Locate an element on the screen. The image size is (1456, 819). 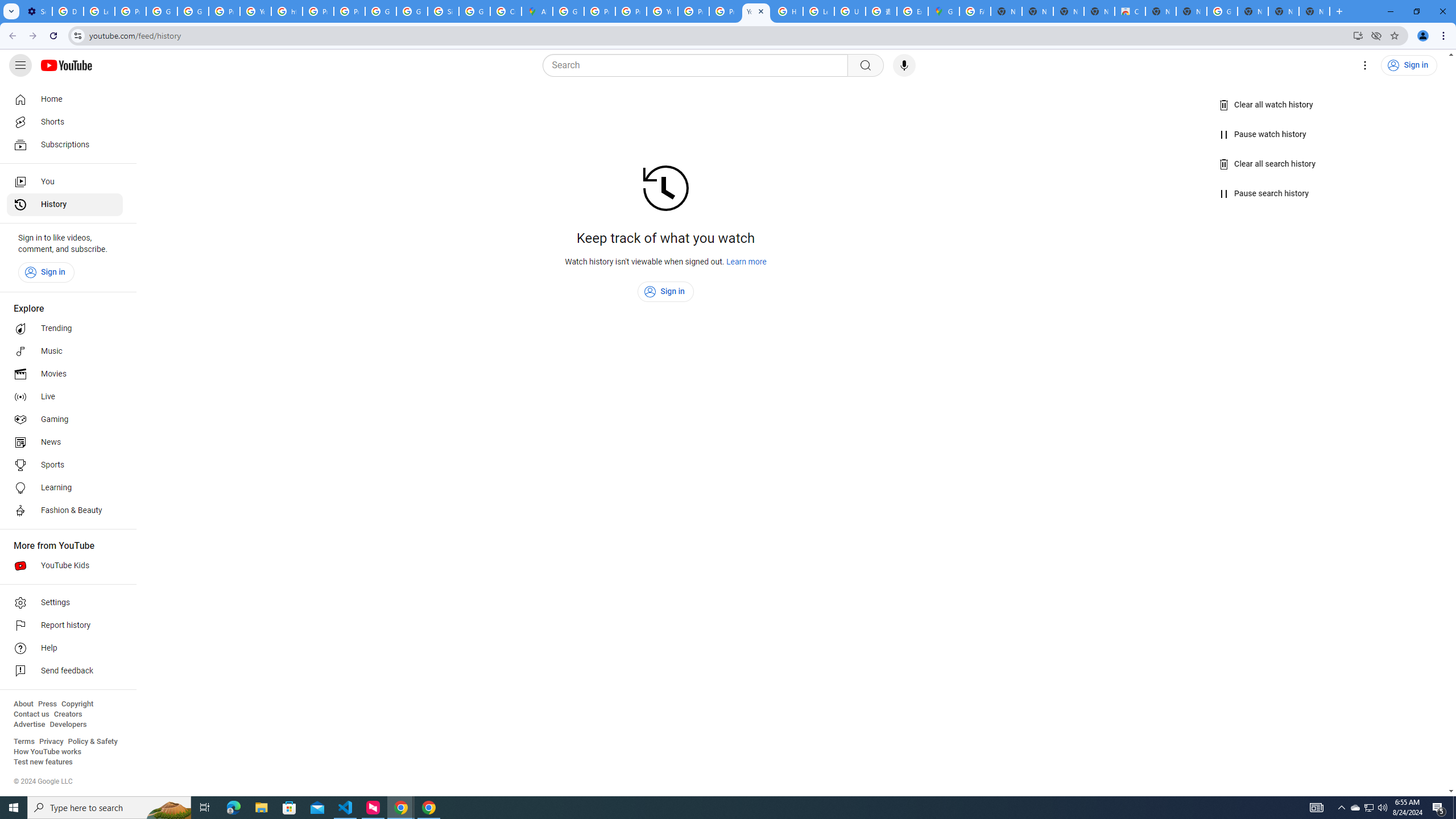
'https://scholar.google.com/' is located at coordinates (287, 11).